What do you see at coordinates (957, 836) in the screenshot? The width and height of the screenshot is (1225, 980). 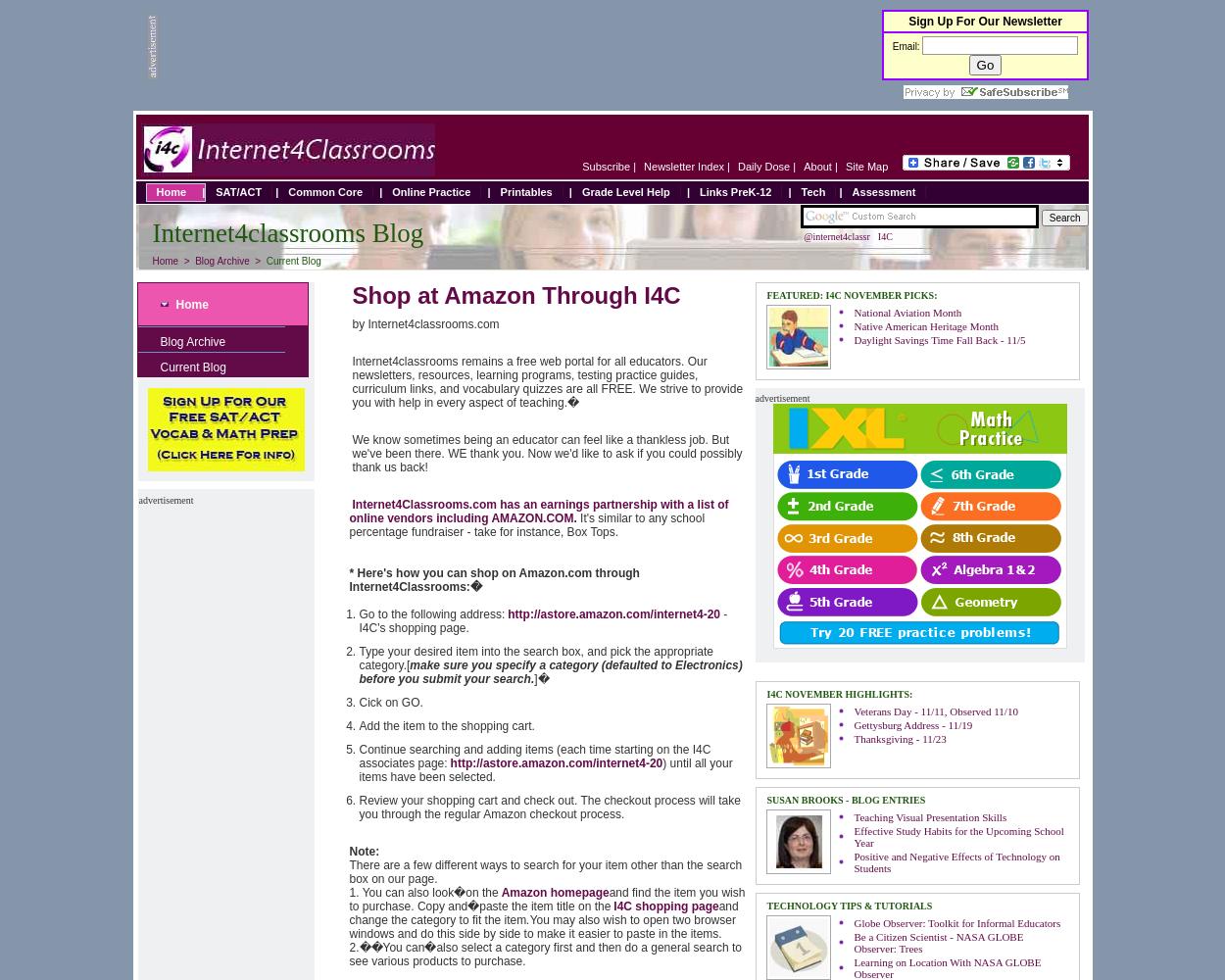 I see `'Effective Study Habits for the Upcoming School Year'` at bounding box center [957, 836].